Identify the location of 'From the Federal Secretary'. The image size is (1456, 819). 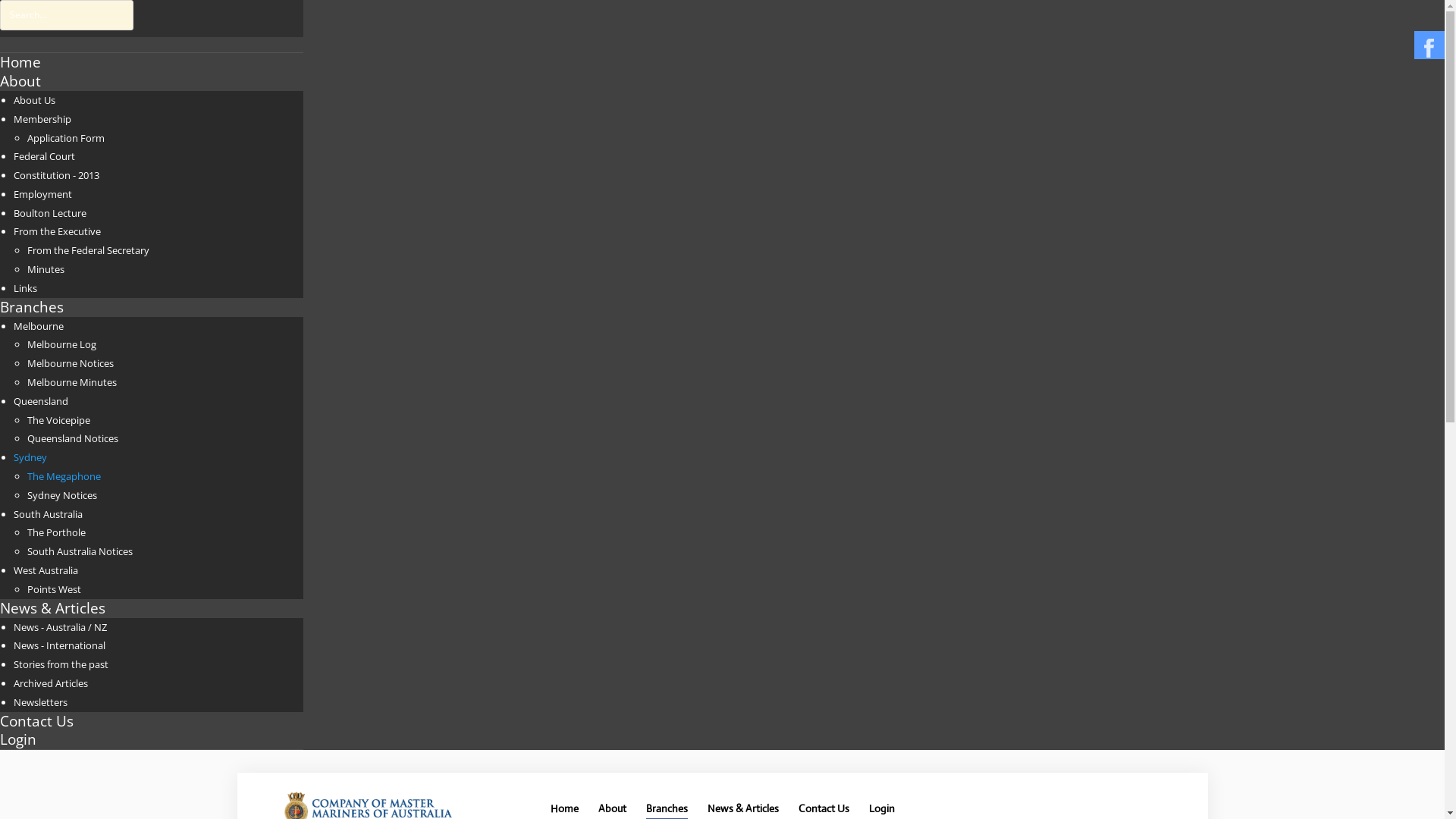
(27, 249).